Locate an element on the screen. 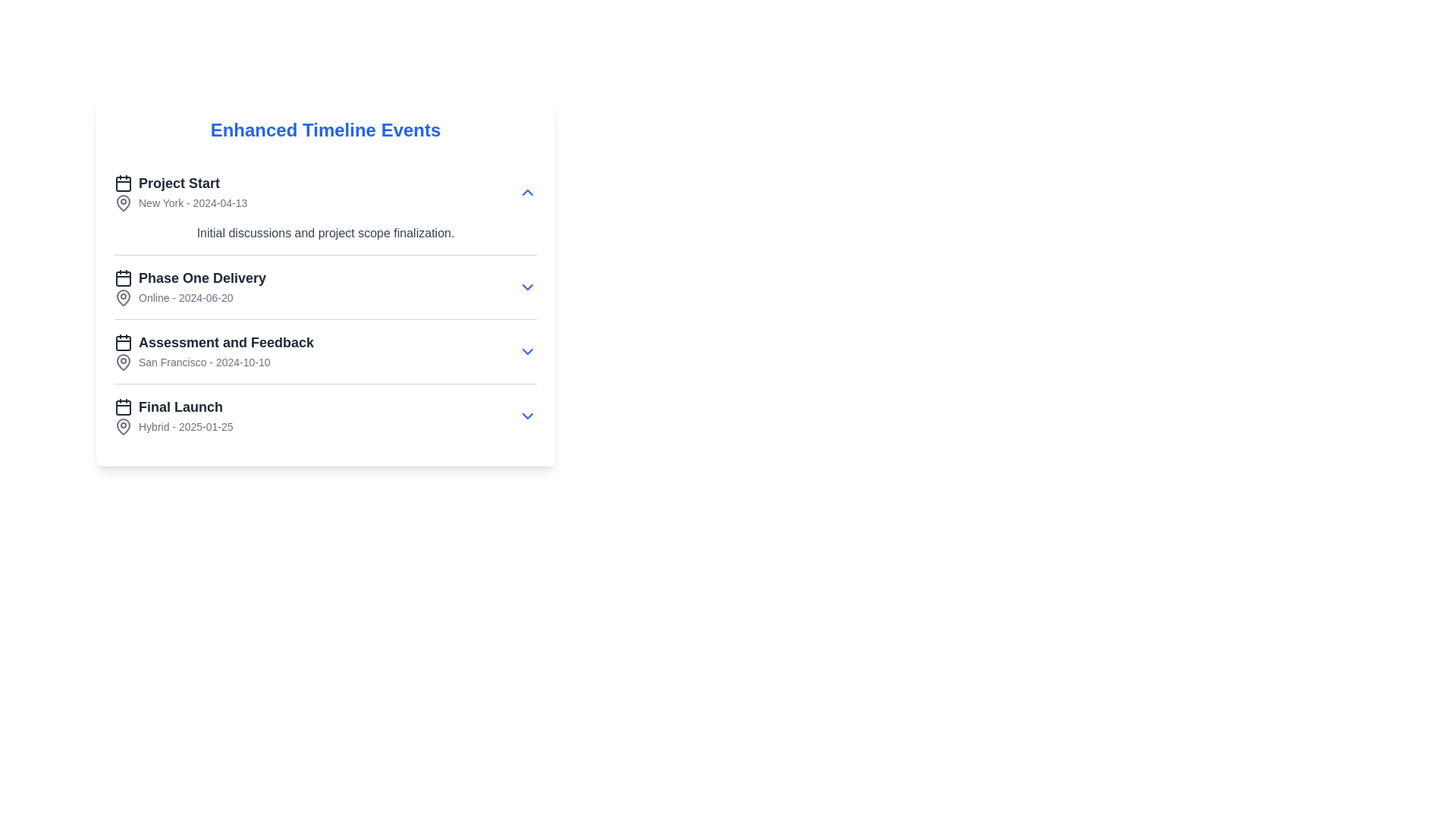 This screenshot has width=1456, height=819. the second timeline entry within the 'Enhanced Timeline Events' section is located at coordinates (325, 304).